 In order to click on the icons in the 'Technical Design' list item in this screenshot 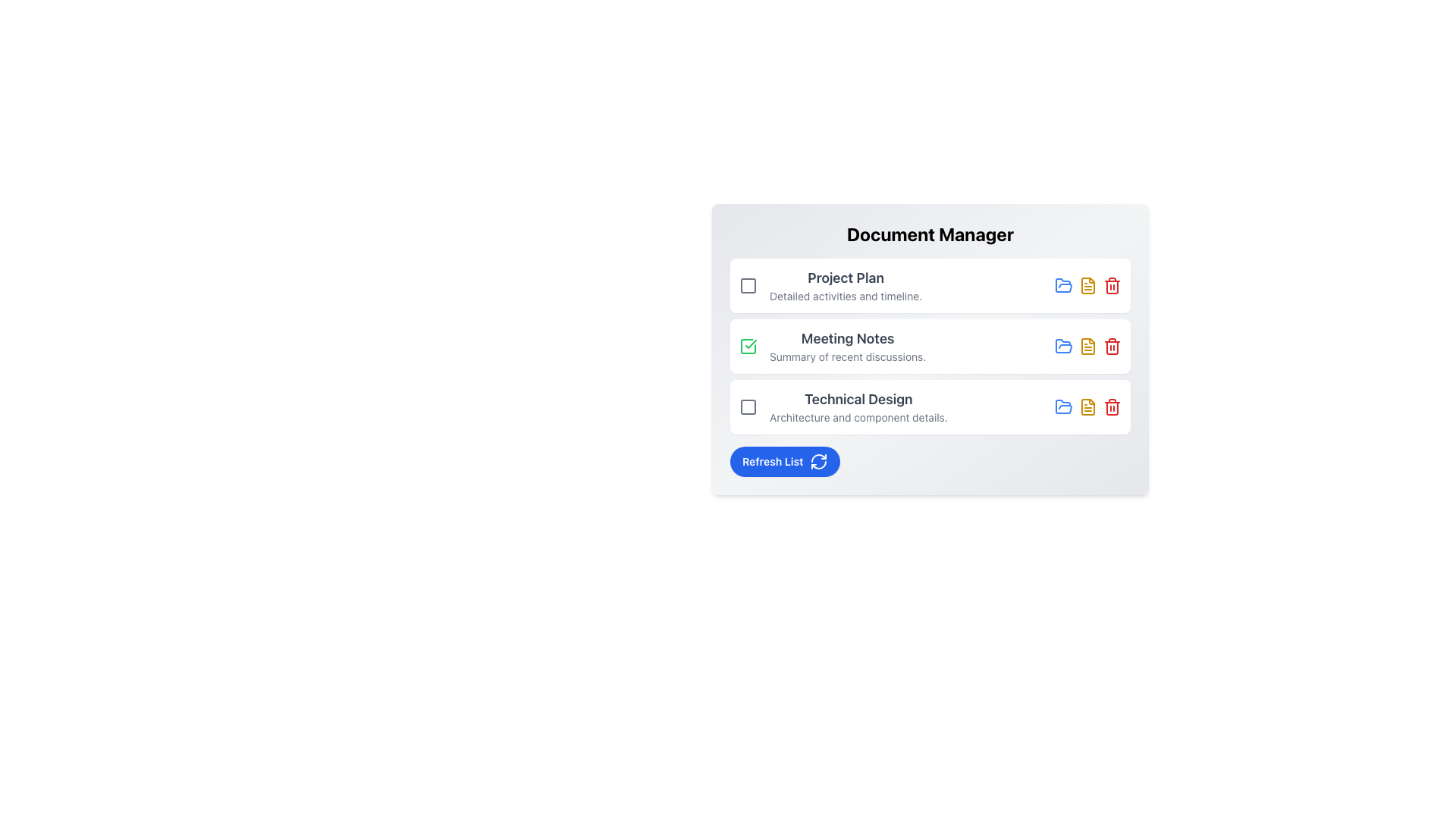, I will do `click(930, 406)`.